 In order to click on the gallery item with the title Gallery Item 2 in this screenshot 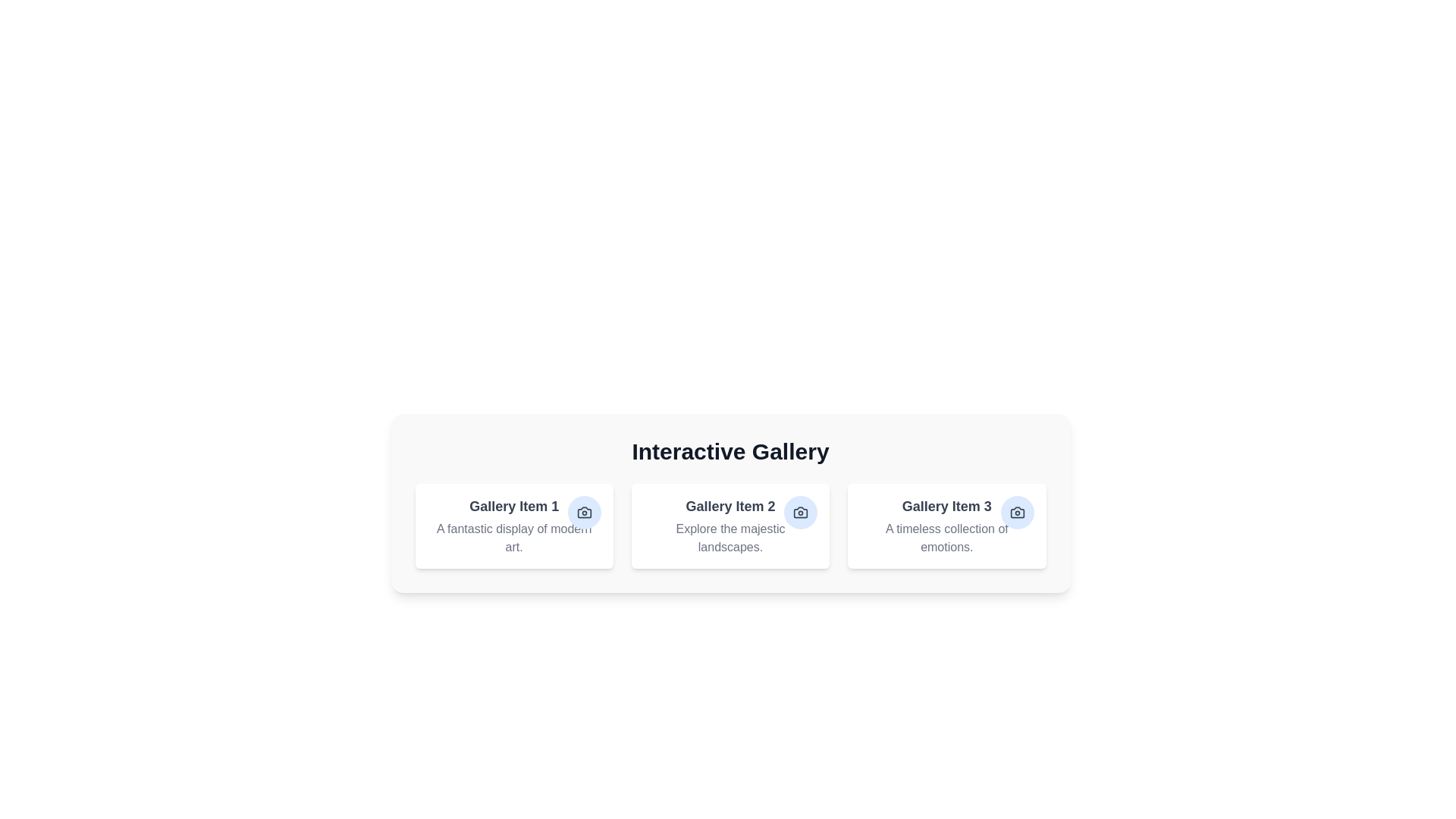, I will do `click(730, 526)`.